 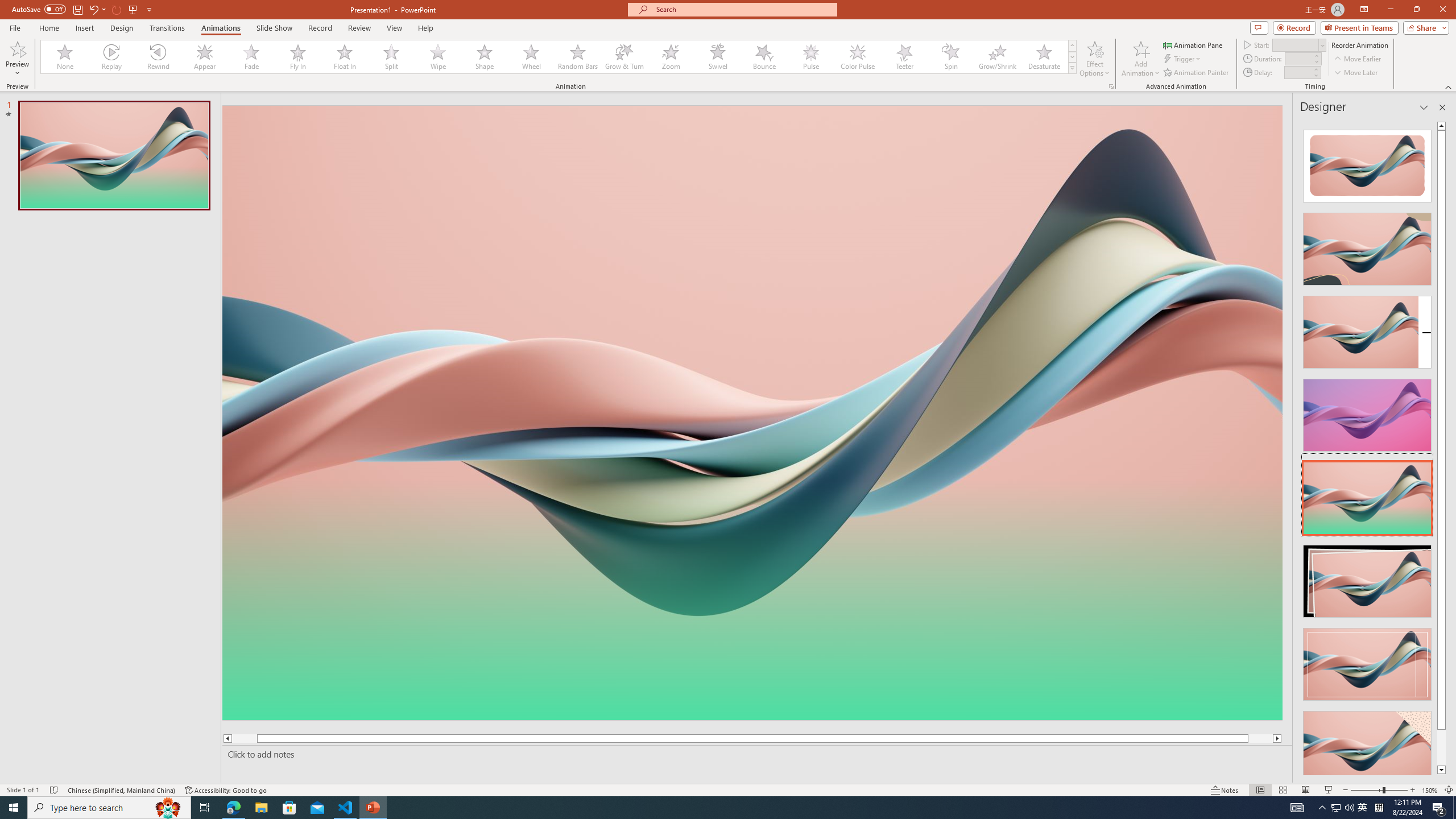 What do you see at coordinates (1430, 790) in the screenshot?
I see `'Zoom 150%'` at bounding box center [1430, 790].